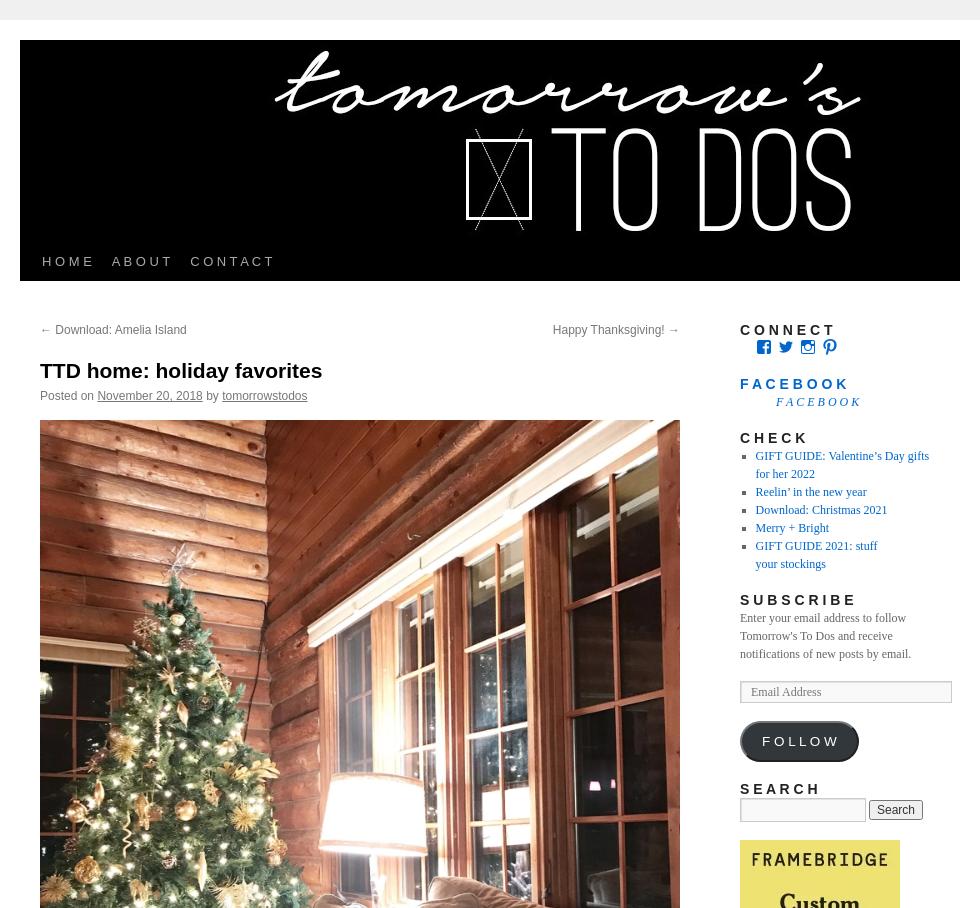 The width and height of the screenshot is (980, 908). I want to click on 'Download: Amelia Island', so click(118, 328).